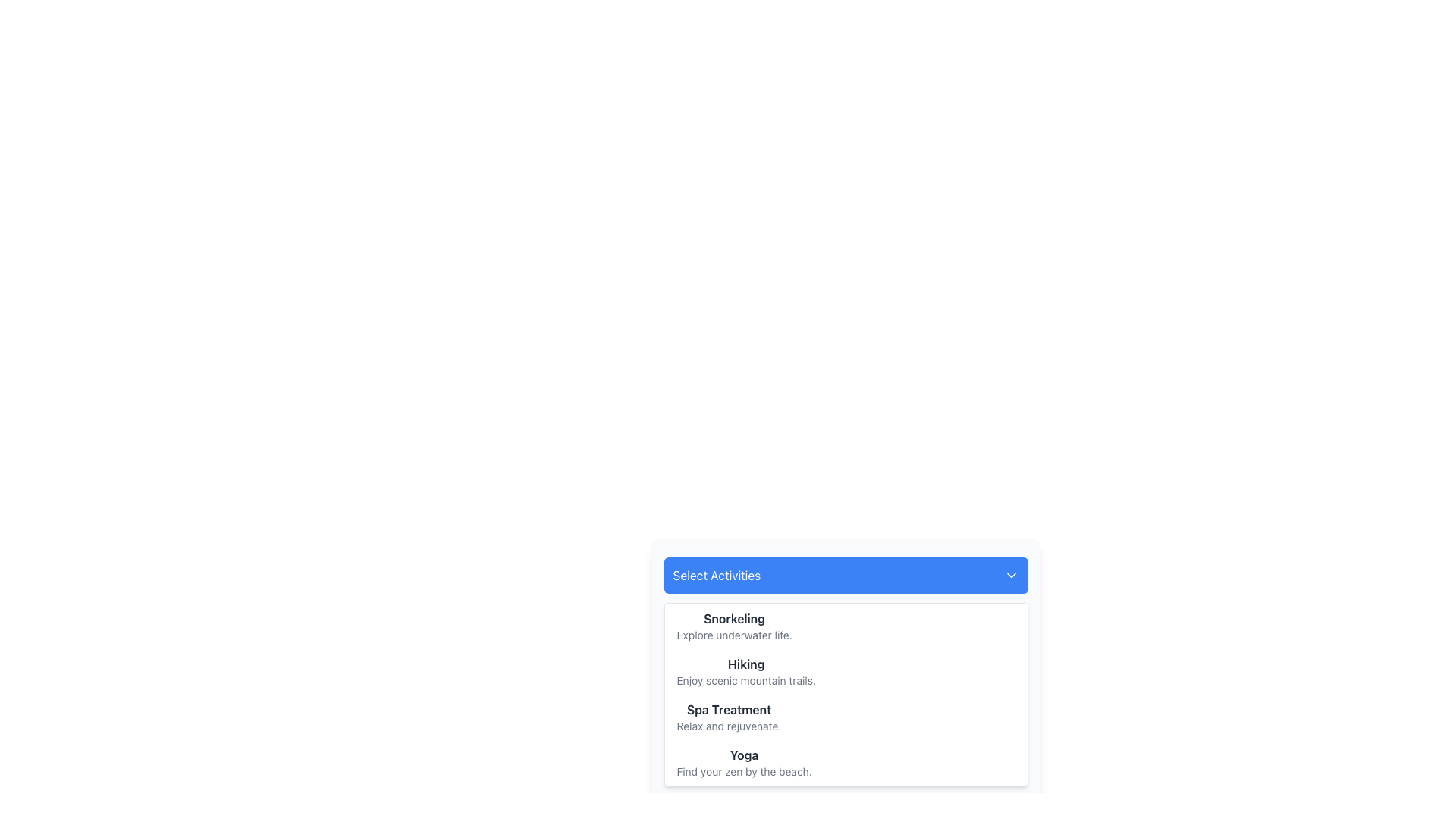  Describe the element at coordinates (746, 663) in the screenshot. I see `the label indicating the activity option within the dropdown menu titled 'Select Activities', specifically the second item which is positioned above the descriptive text 'Enjoy scenic mountain trails.'` at that location.